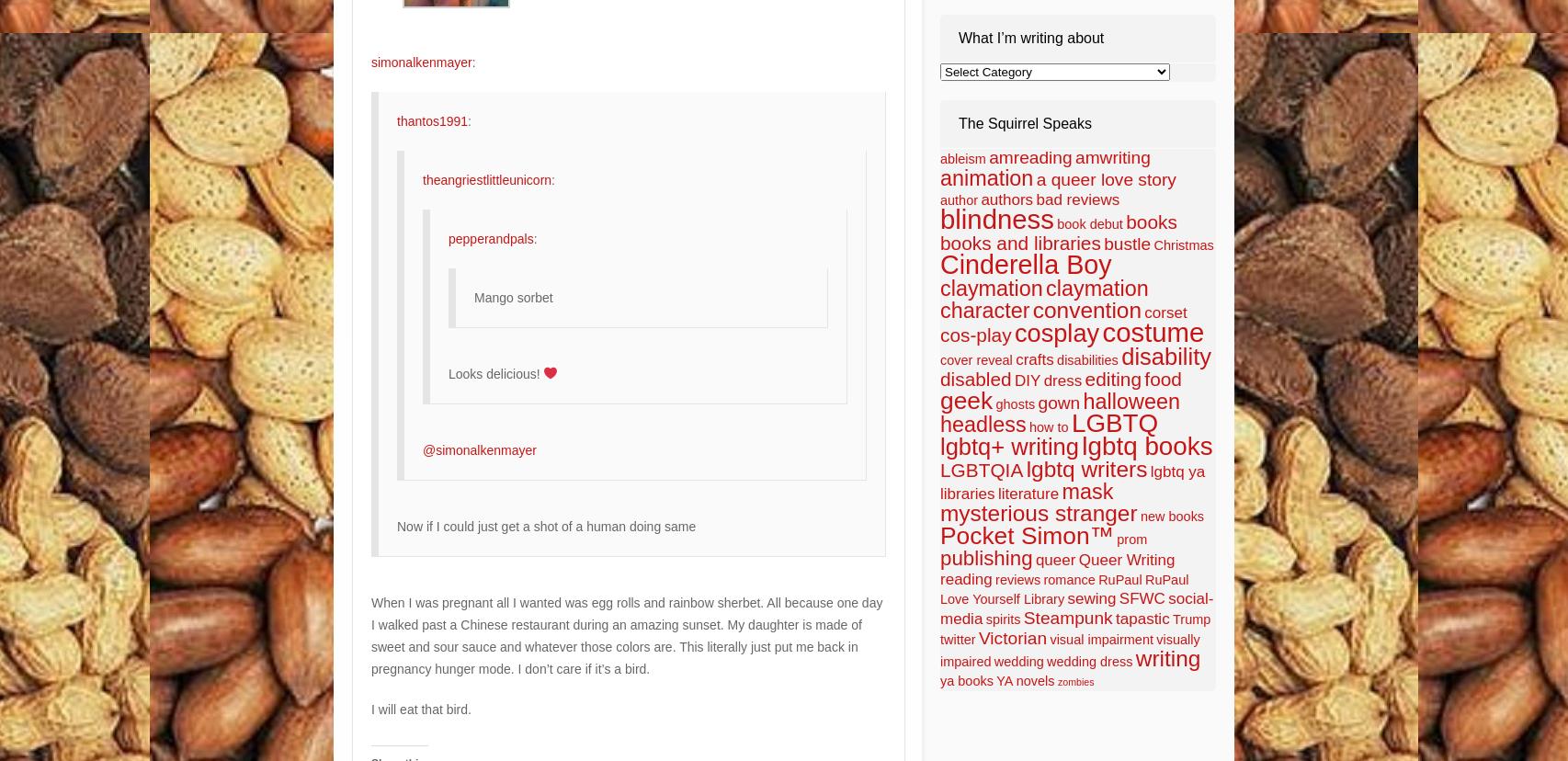 Image resolution: width=1568 pixels, height=761 pixels. I want to click on 'amwriting', so click(1112, 157).